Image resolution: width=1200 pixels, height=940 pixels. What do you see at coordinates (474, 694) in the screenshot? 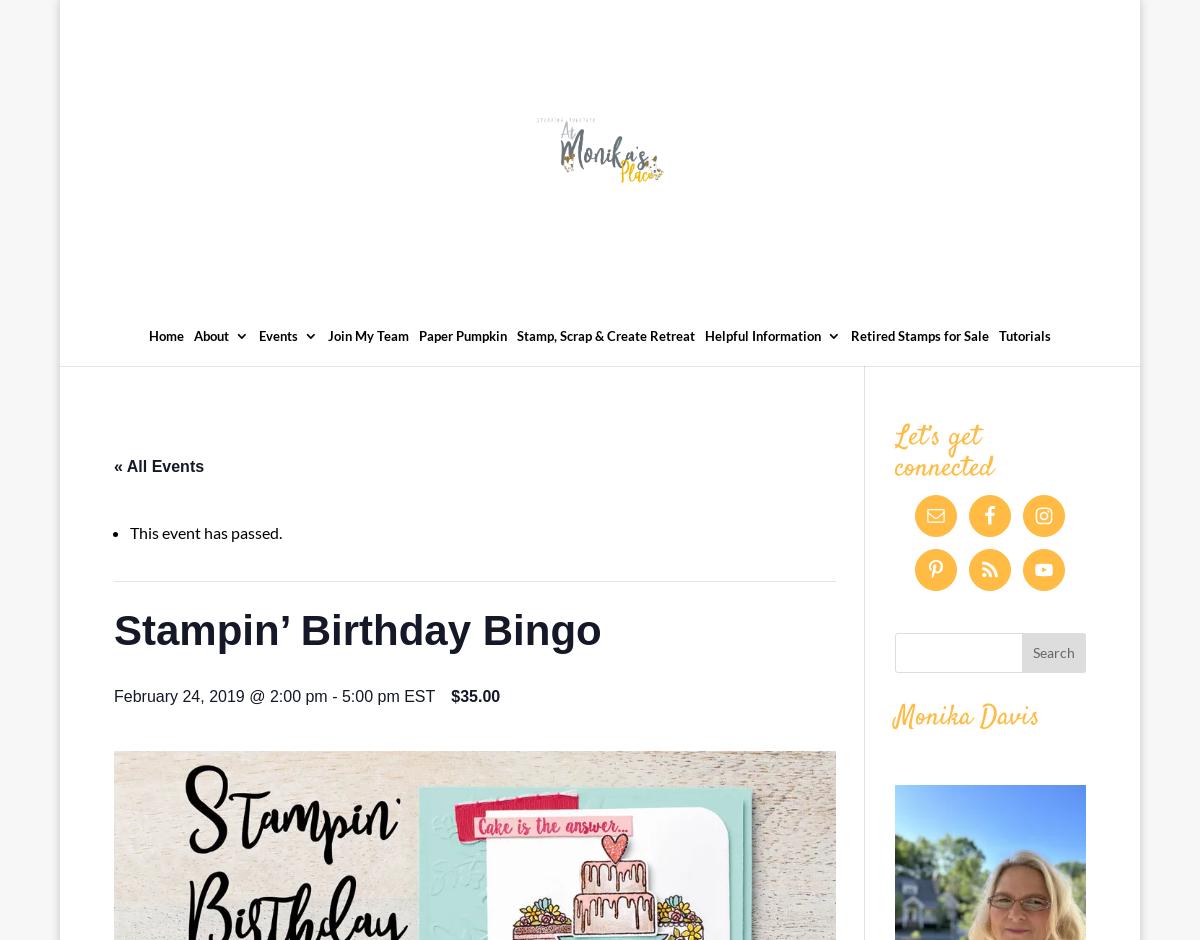
I see `'$35.00'` at bounding box center [474, 694].